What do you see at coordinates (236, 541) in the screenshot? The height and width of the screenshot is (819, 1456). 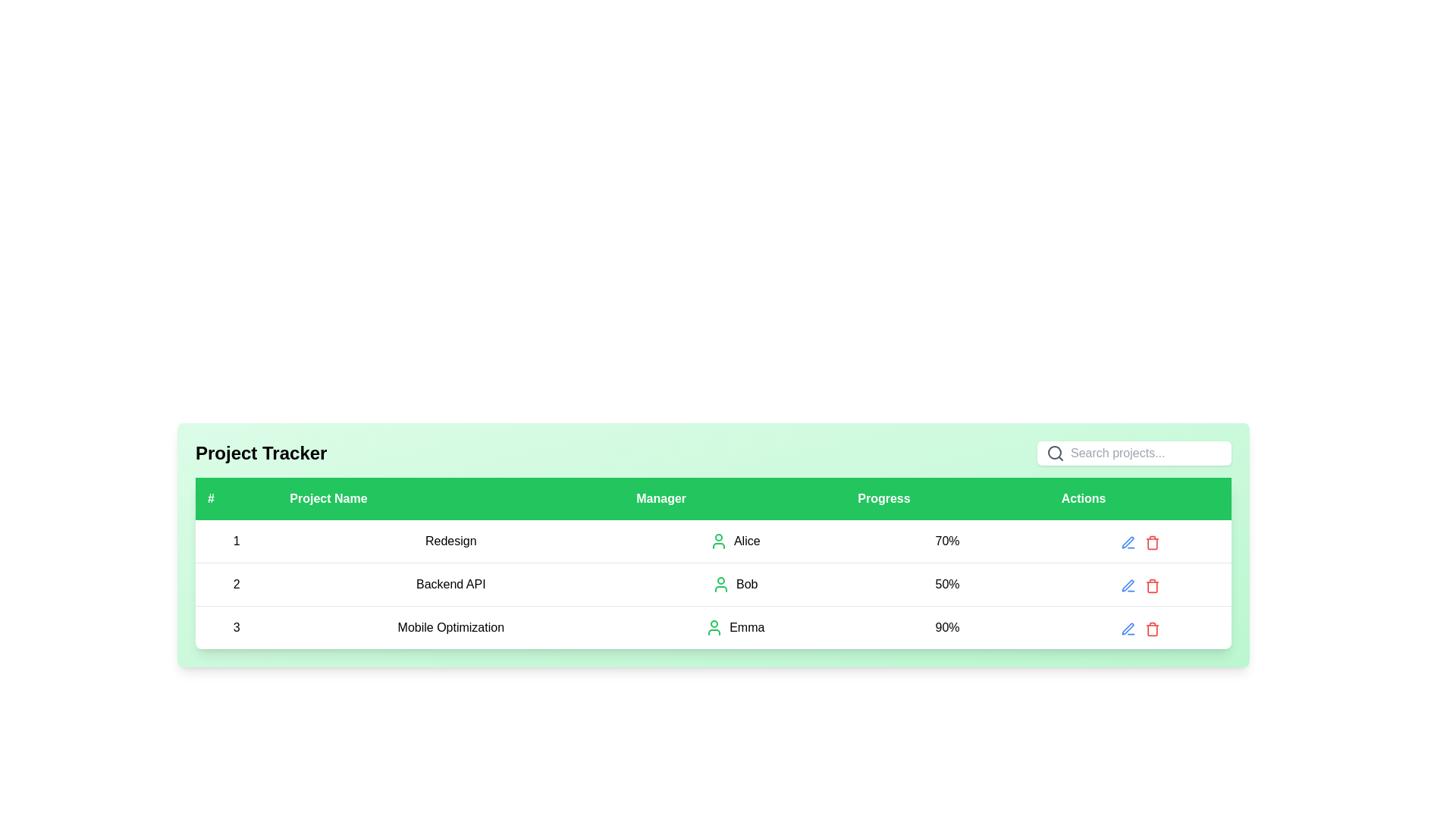 I see `the first table cell containing the centered numeral '1', which is displayed in bold black text under the '#' header column` at bounding box center [236, 541].